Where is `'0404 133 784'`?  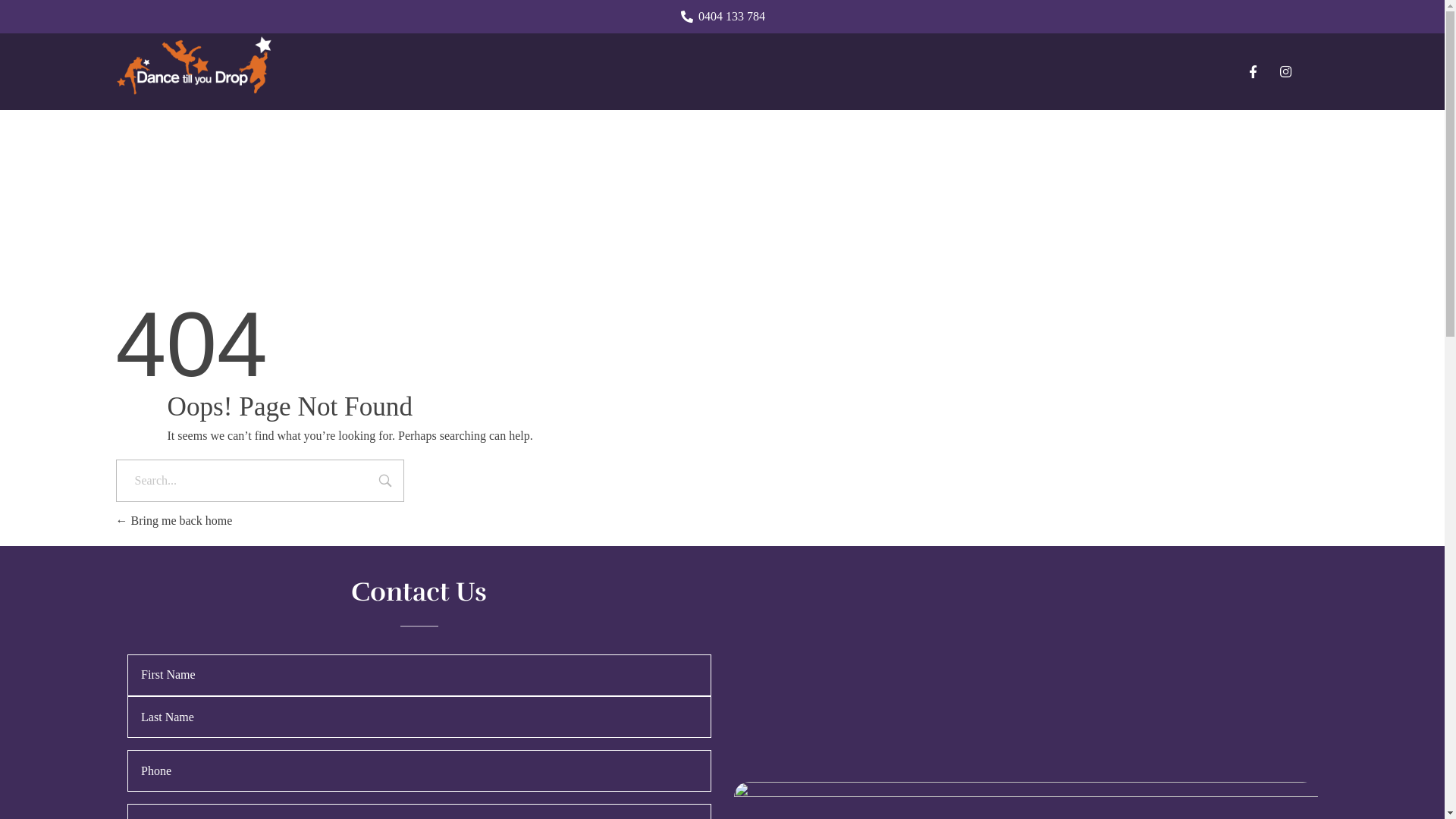 '0404 133 784' is located at coordinates (720, 17).